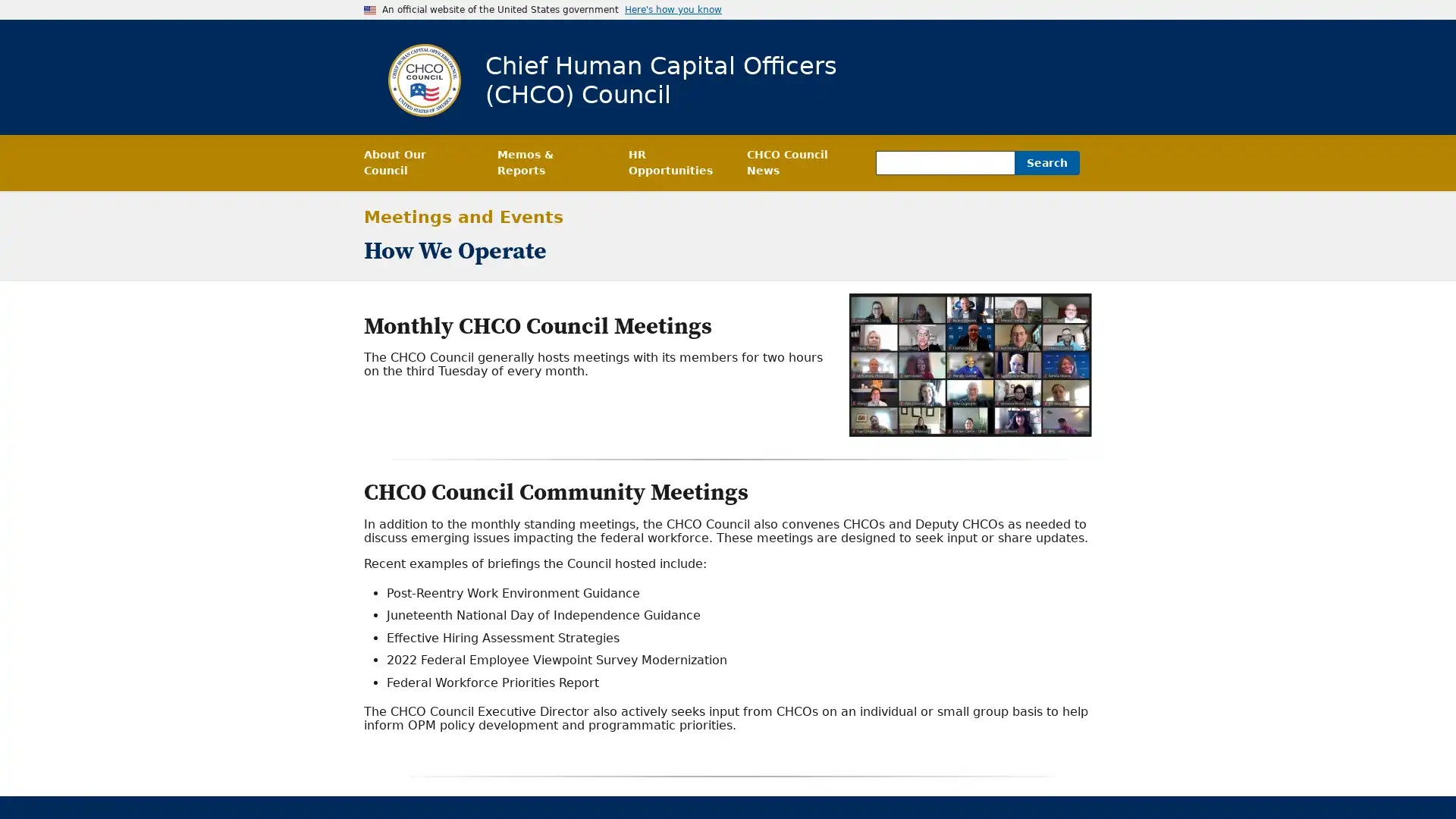 This screenshot has height=819, width=1456. What do you see at coordinates (673, 9) in the screenshot?
I see `Here's how you know` at bounding box center [673, 9].